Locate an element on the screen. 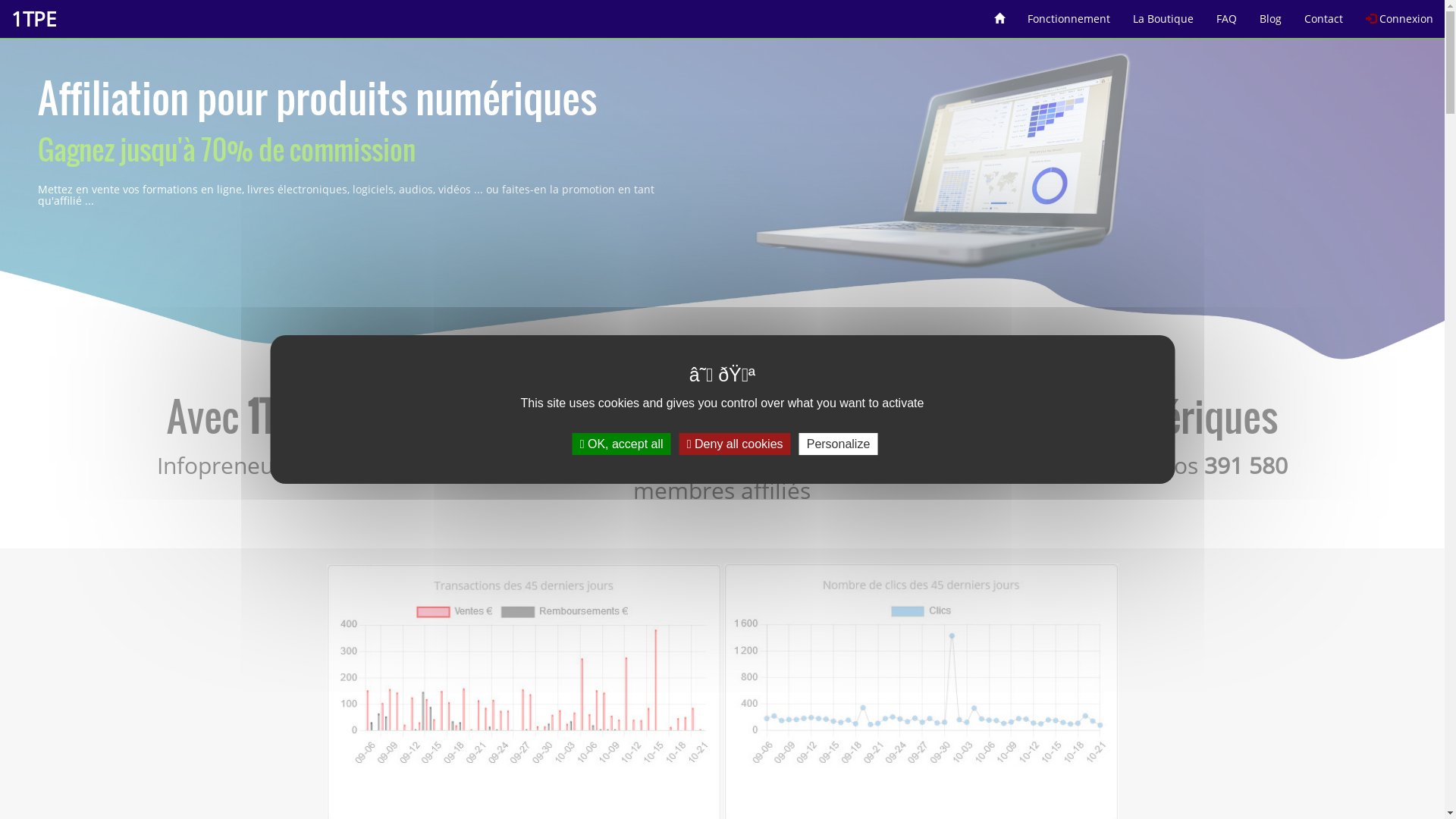 The height and width of the screenshot is (819, 1456). 'Fonctionnement' is located at coordinates (1068, 13).